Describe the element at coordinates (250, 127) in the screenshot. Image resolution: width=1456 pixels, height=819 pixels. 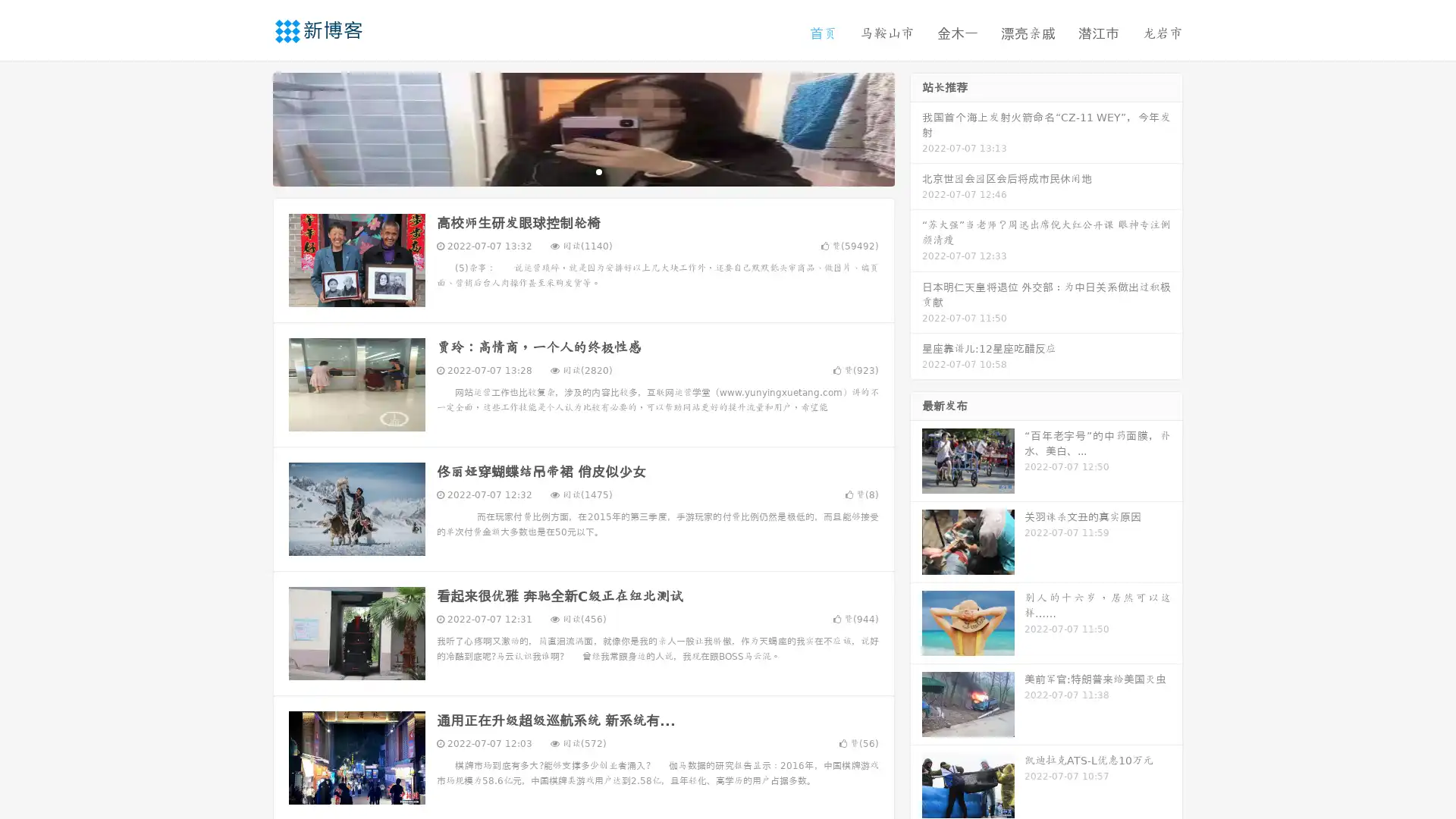
I see `Previous slide` at that location.